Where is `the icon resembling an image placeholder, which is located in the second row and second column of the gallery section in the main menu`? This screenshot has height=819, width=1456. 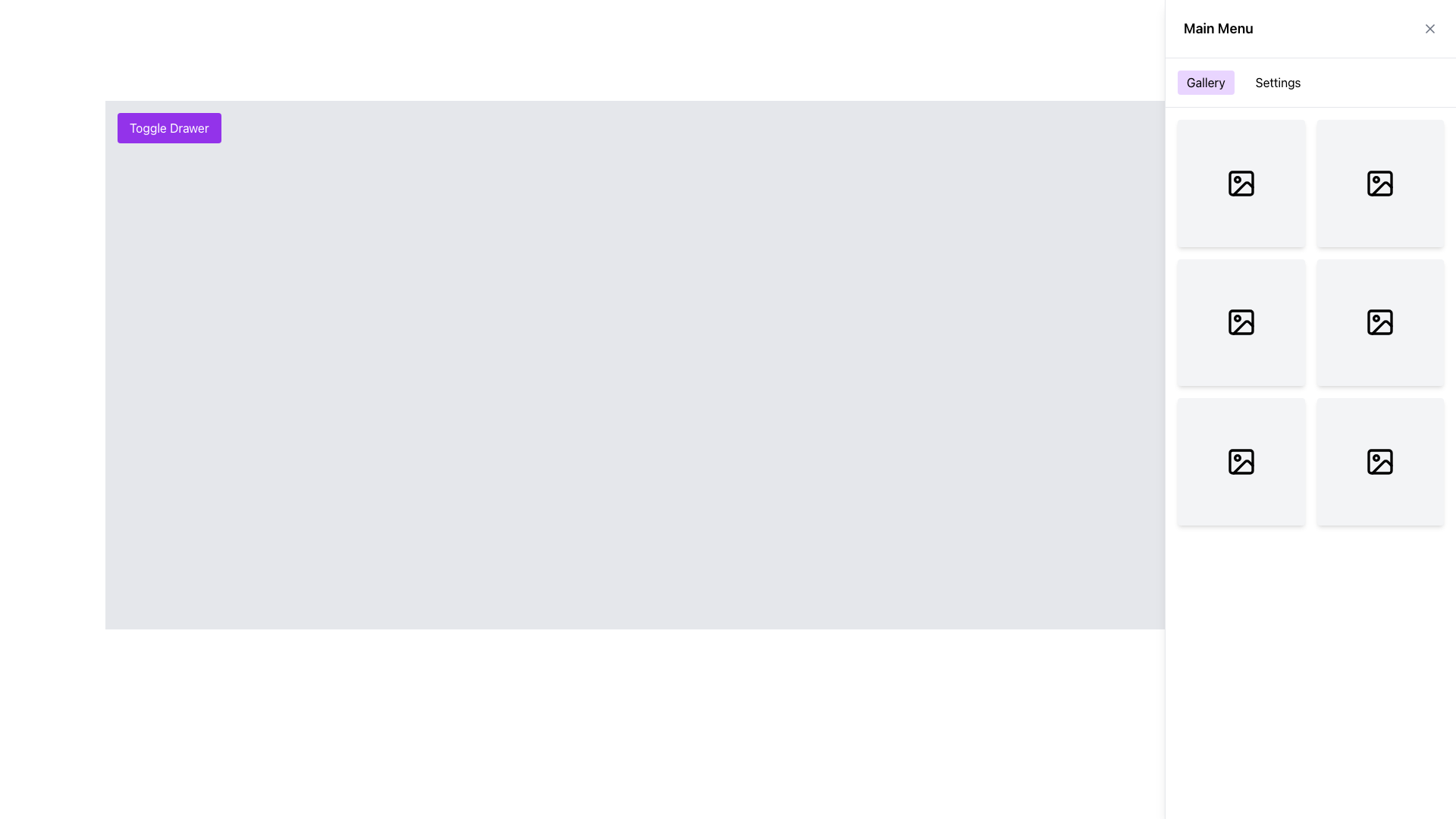 the icon resembling an image placeholder, which is located in the second row and second column of the gallery section in the main menu is located at coordinates (1380, 182).